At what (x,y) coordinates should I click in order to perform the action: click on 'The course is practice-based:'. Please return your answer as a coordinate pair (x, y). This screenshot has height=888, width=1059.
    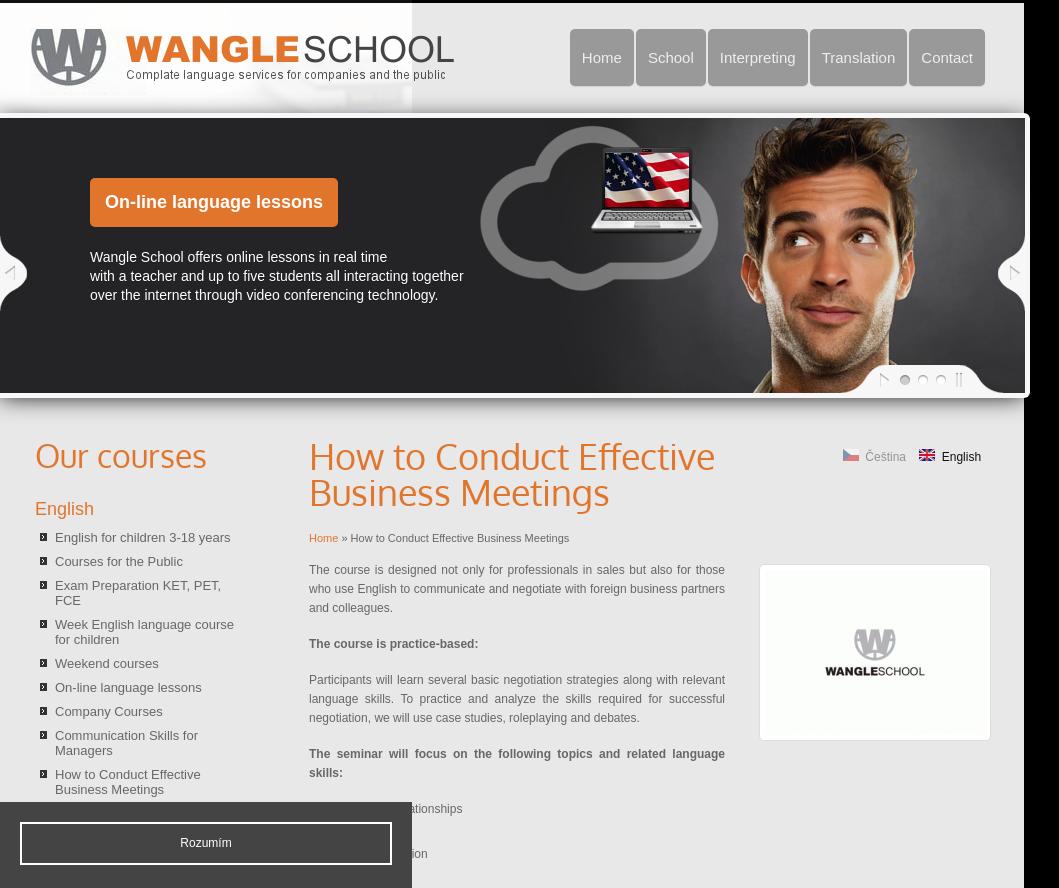
    Looking at the image, I should click on (309, 642).